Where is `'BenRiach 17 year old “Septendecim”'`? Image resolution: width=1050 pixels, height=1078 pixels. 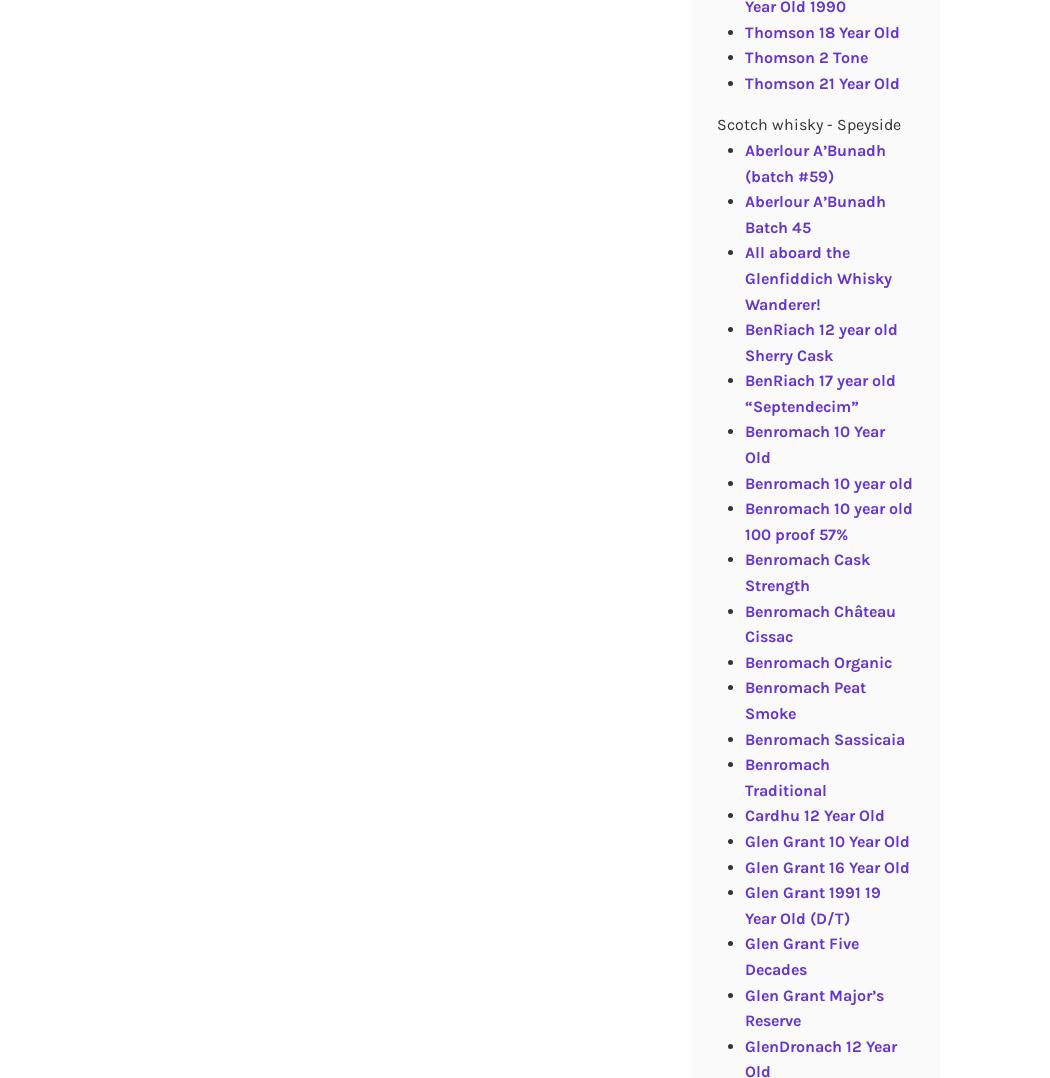
'BenRiach 17 year old “Septendecim”' is located at coordinates (818, 392).